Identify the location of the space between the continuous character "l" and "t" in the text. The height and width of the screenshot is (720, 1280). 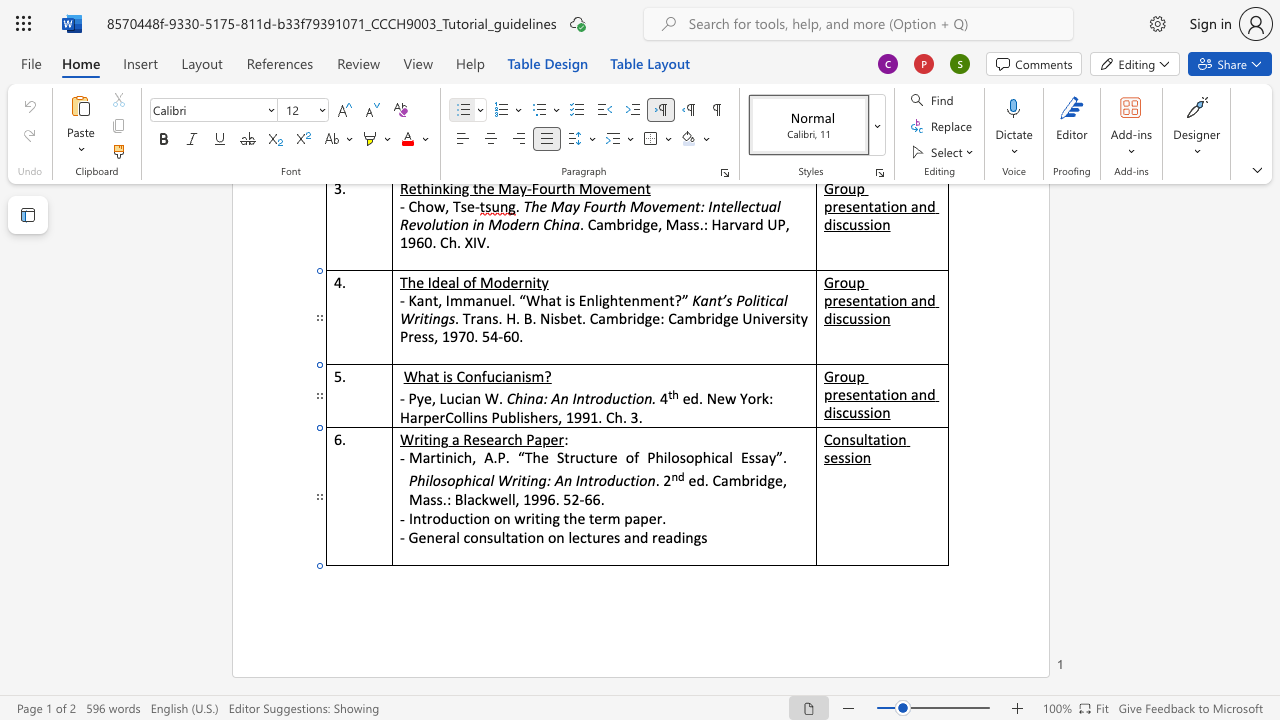
(505, 536).